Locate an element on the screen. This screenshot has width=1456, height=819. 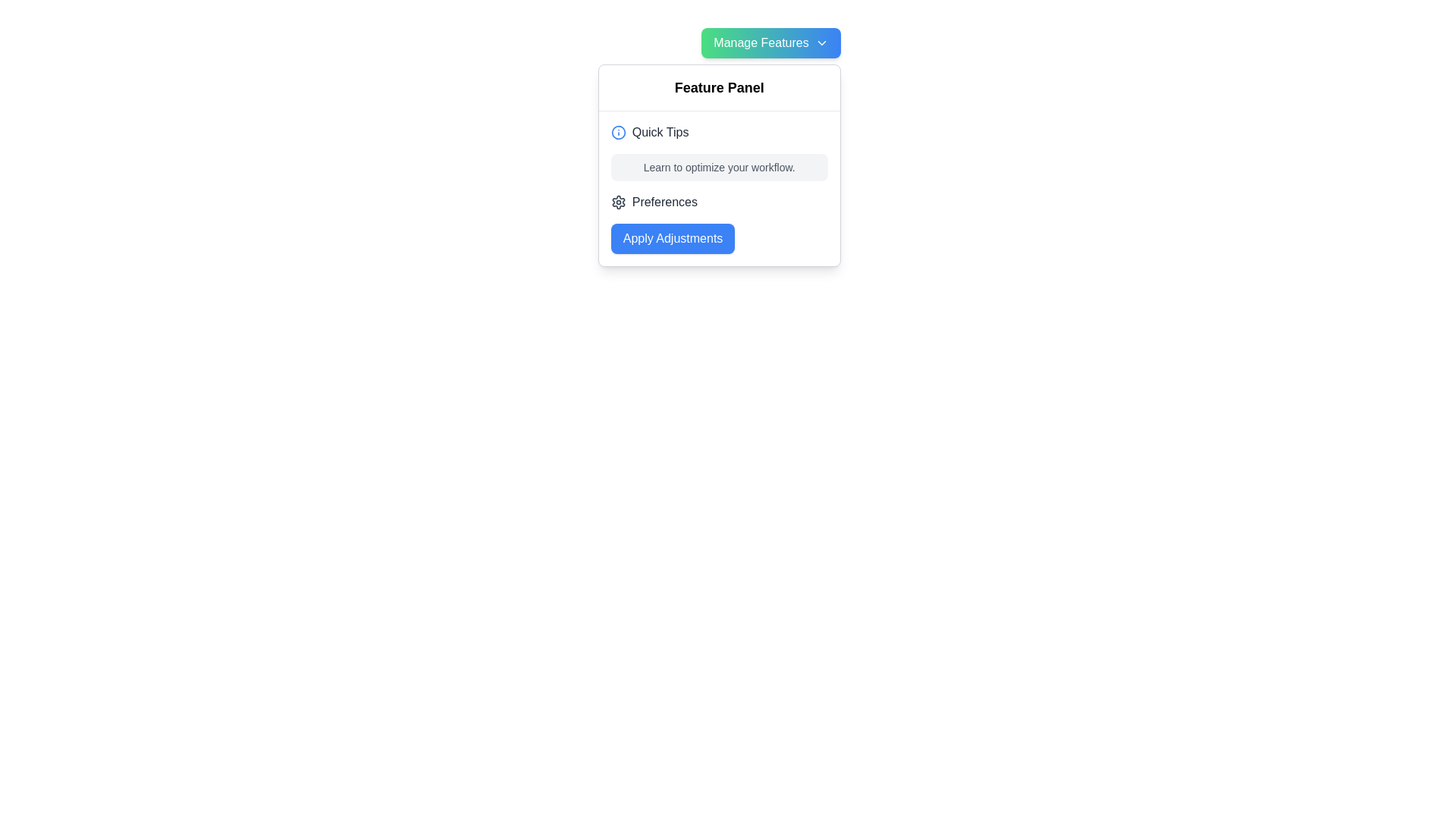
the 'Feature Panel' text label, which is a rectangular UI component with a bold black font on a white background, located at the top of the floating panel, immediately below the 'Manage Features' button is located at coordinates (718, 88).